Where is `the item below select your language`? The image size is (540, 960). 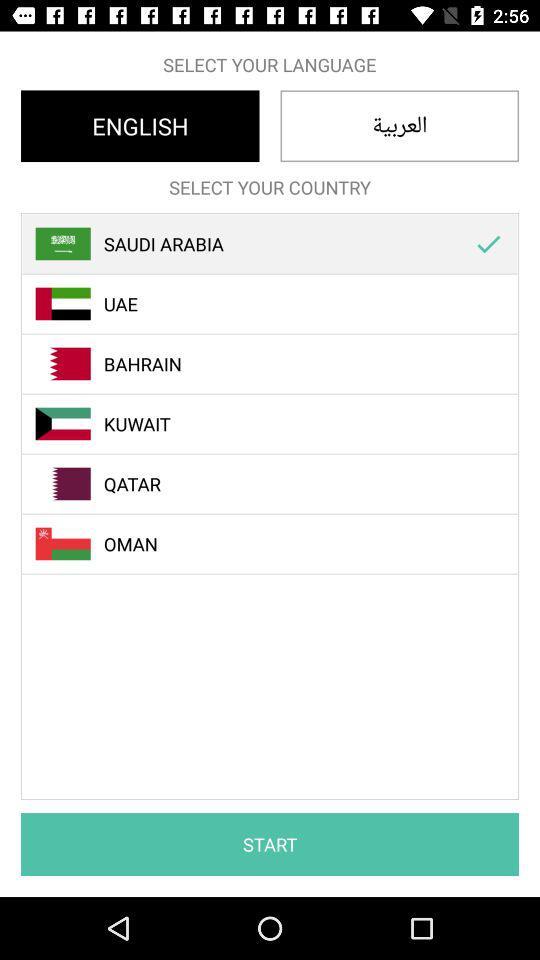 the item below select your language is located at coordinates (399, 125).